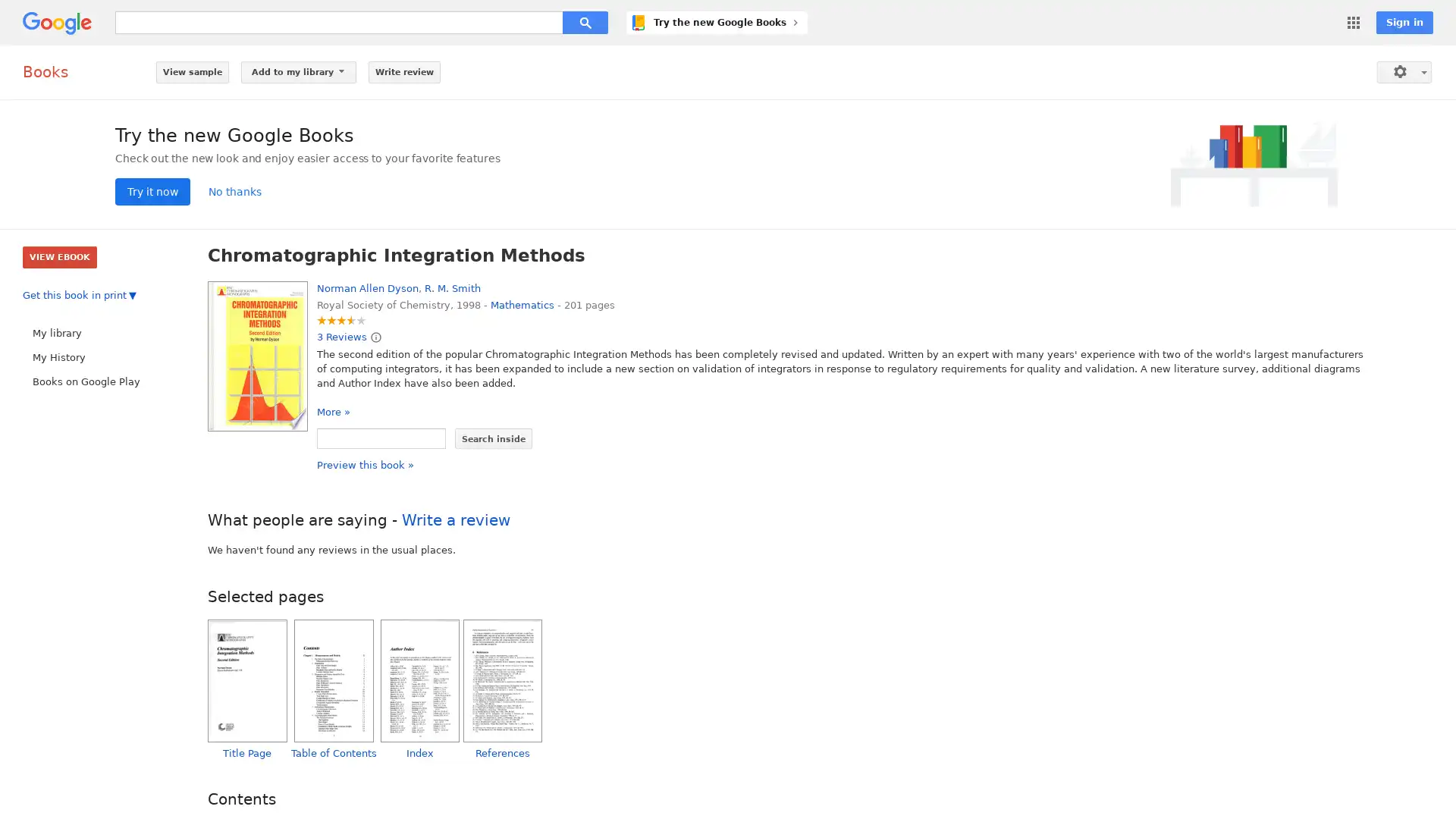 This screenshot has height=819, width=1456. What do you see at coordinates (494, 438) in the screenshot?
I see `Search inside` at bounding box center [494, 438].